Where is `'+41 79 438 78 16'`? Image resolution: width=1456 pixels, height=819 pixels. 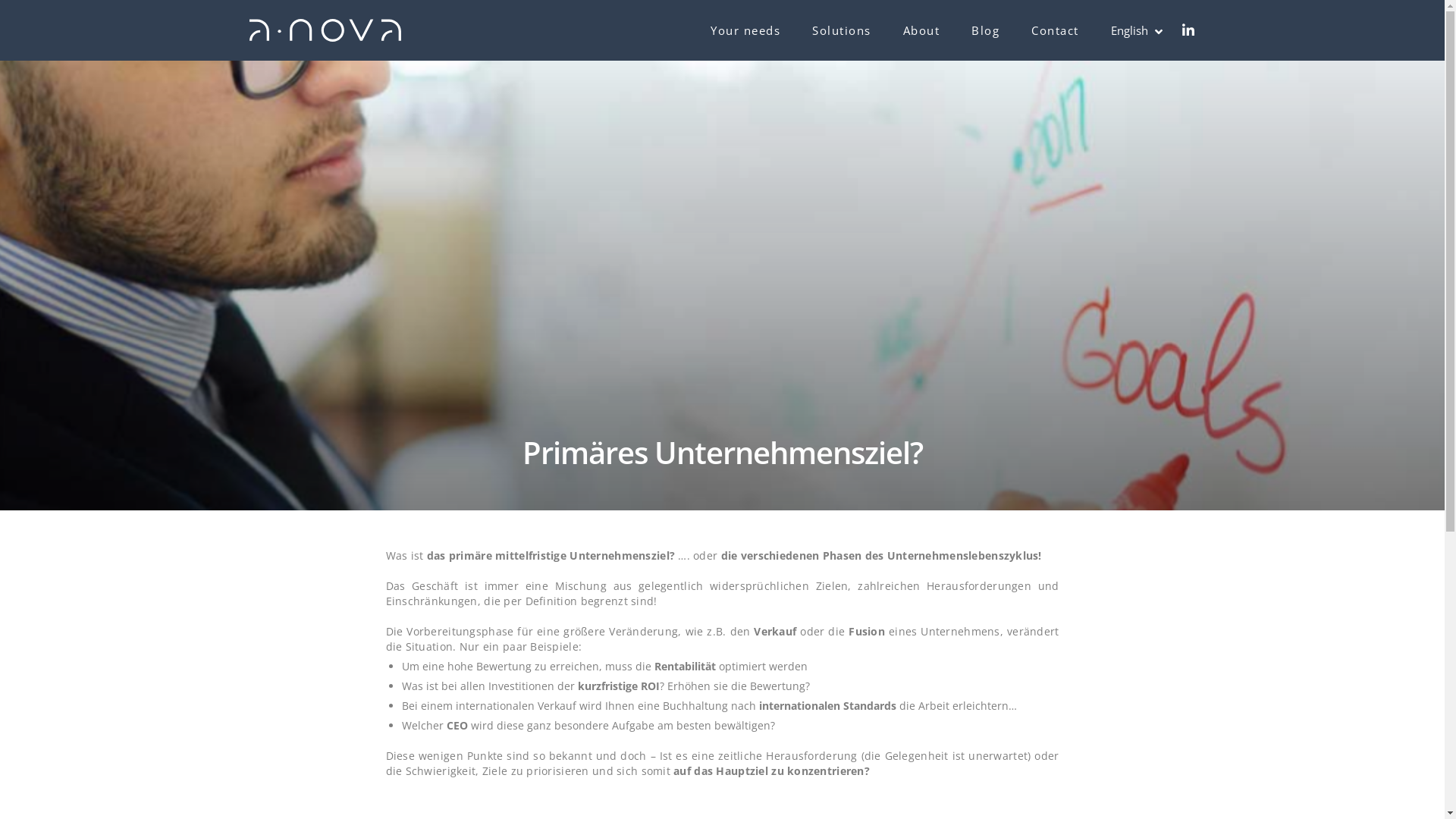
'+41 79 438 78 16' is located at coordinates (318, 610).